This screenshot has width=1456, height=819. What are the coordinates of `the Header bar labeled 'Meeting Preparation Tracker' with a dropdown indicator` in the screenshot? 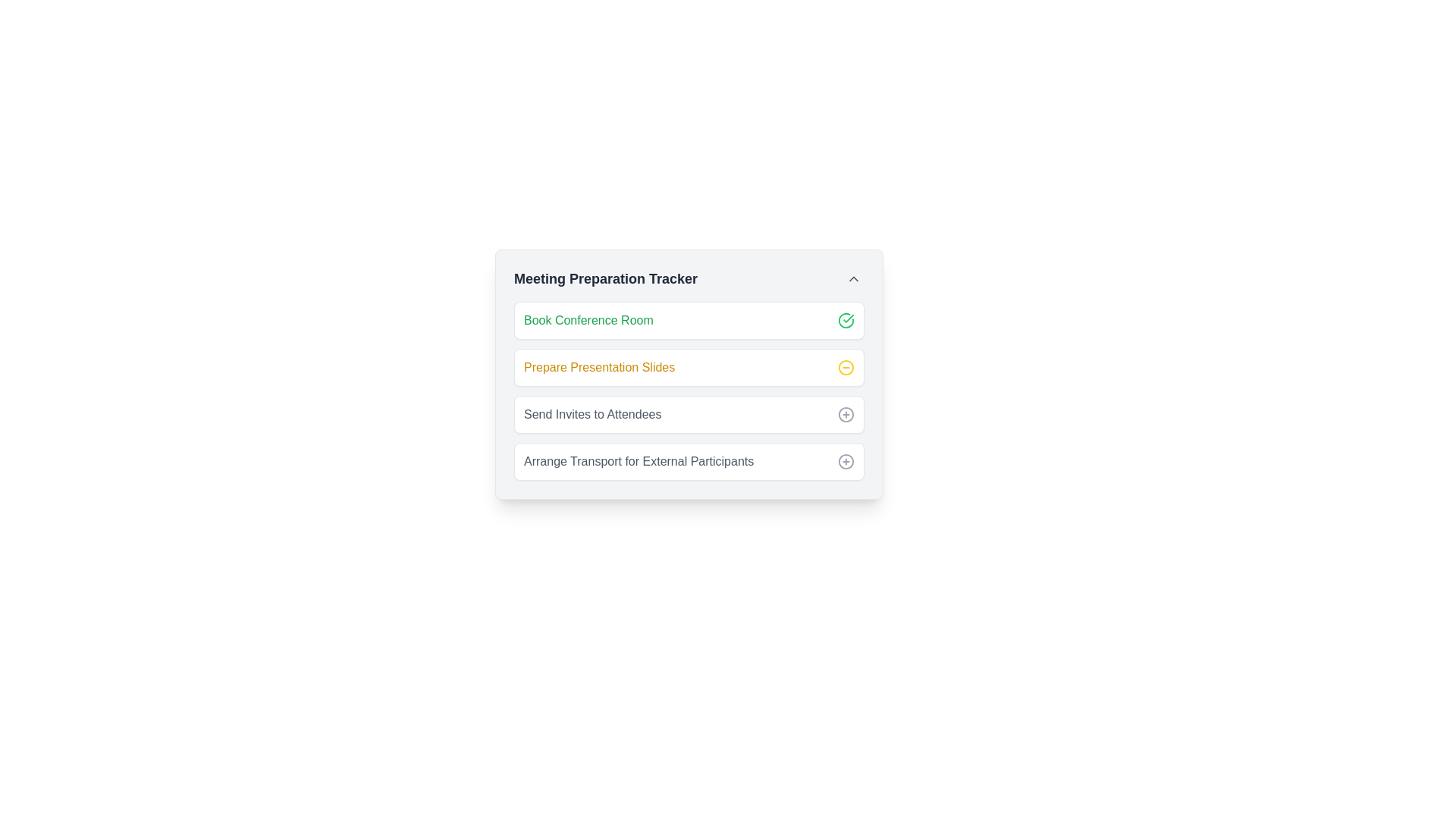 It's located at (688, 278).